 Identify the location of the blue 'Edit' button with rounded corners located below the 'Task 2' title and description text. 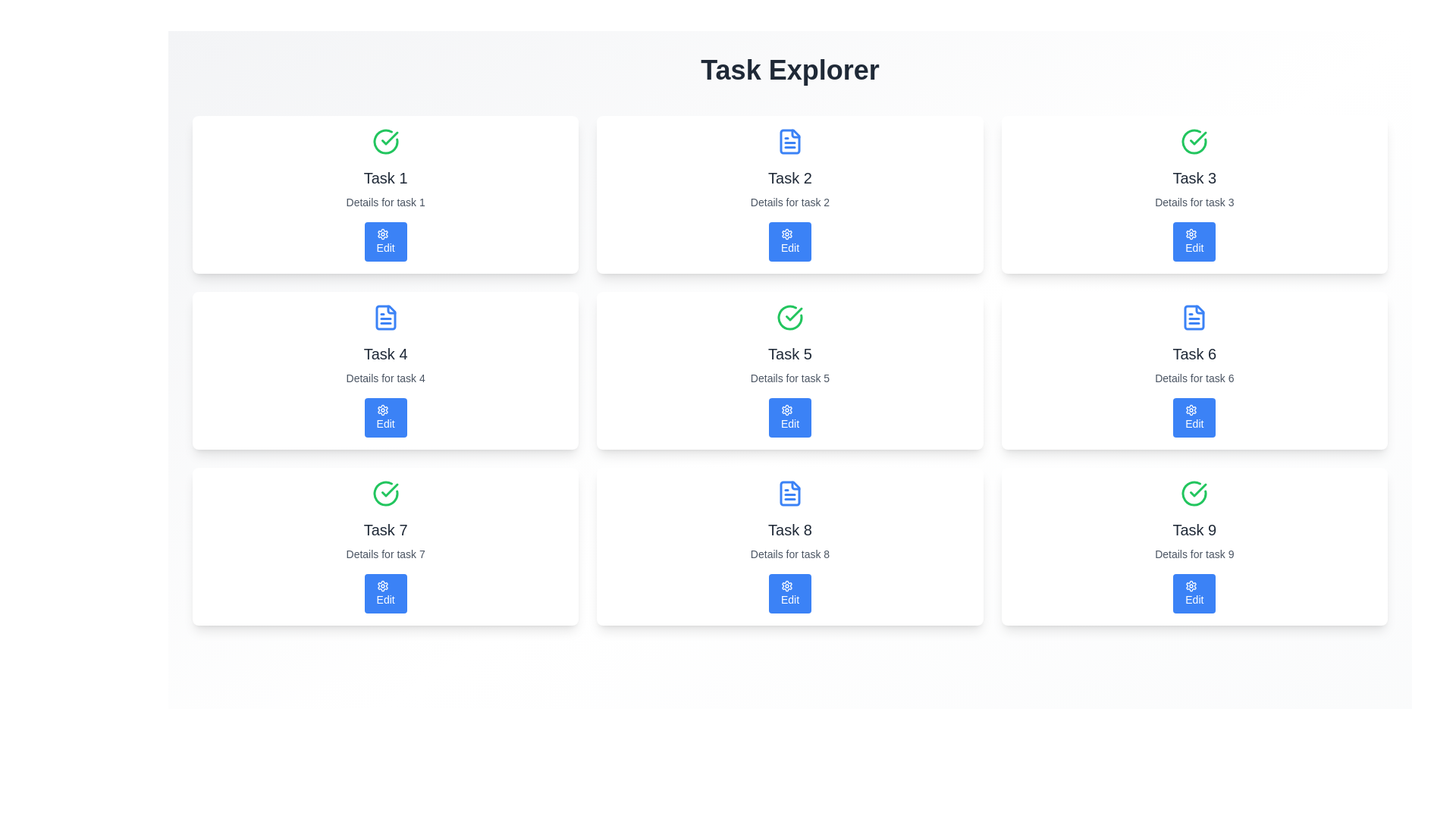
(789, 241).